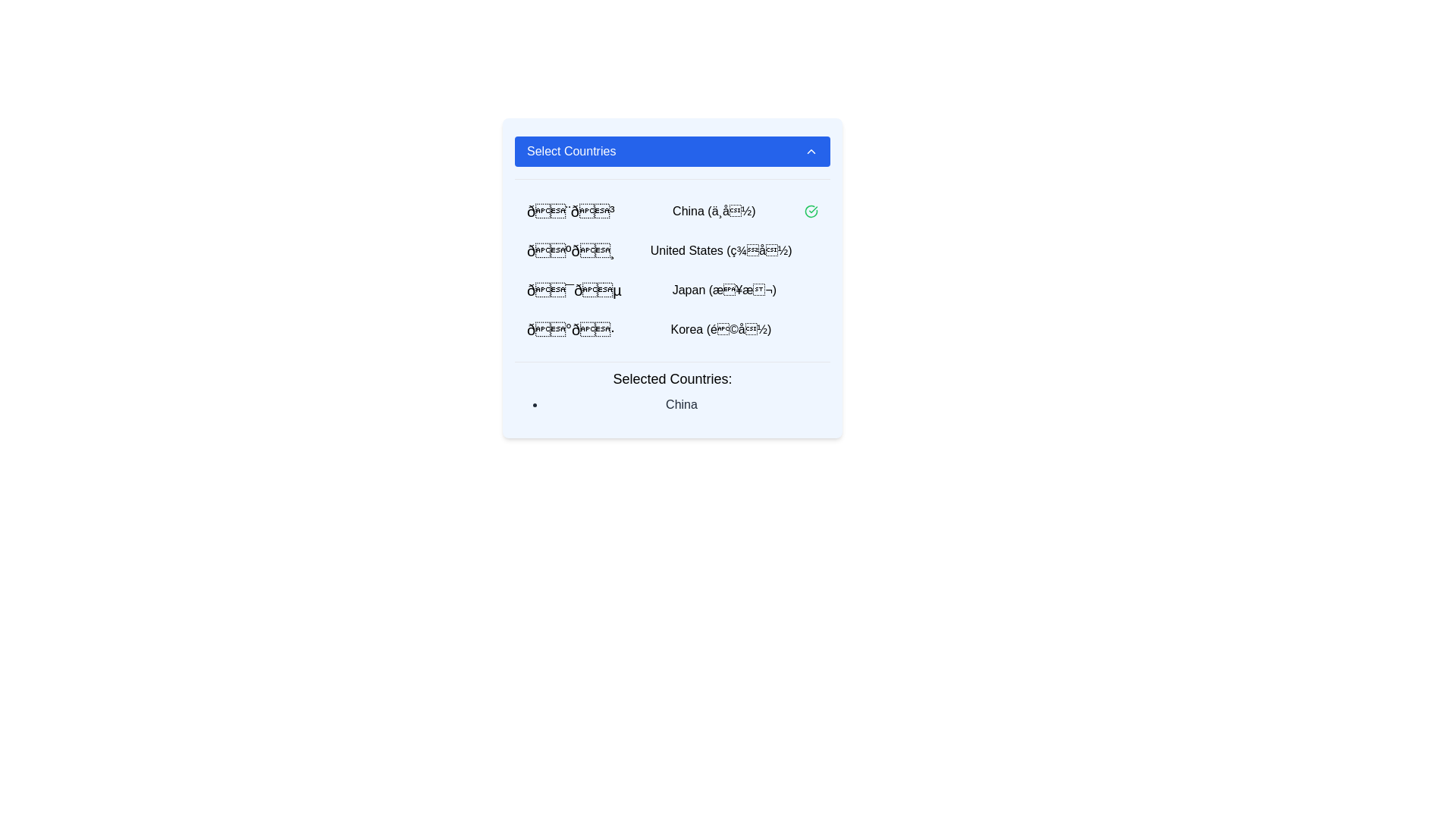  Describe the element at coordinates (811, 152) in the screenshot. I see `the chevron-up icon located at the far right end of the 'Select Countries' button bar to potentially reveal a tooltip or highlight it` at that location.